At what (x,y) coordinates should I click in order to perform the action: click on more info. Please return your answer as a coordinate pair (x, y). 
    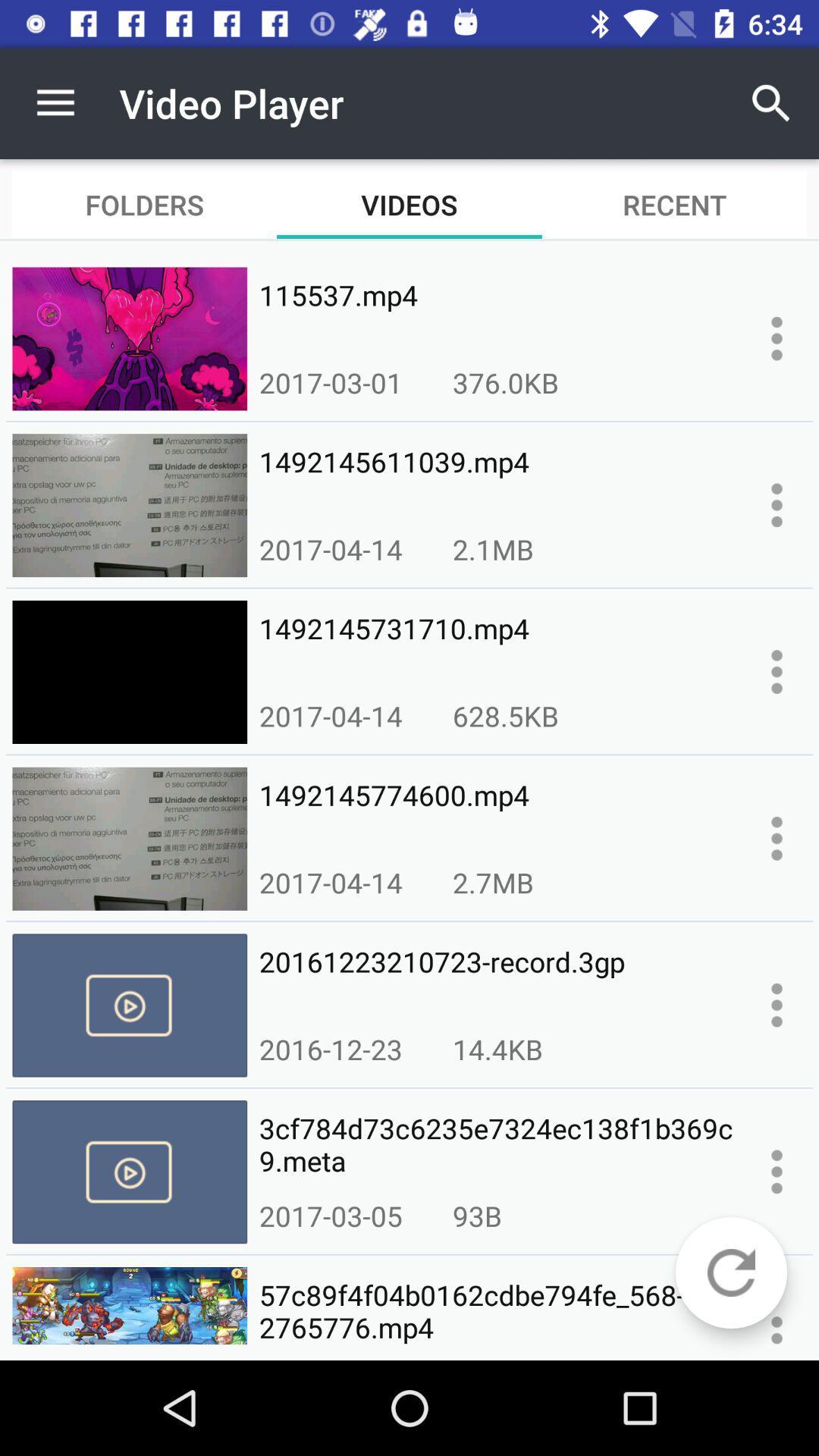
    Looking at the image, I should click on (777, 505).